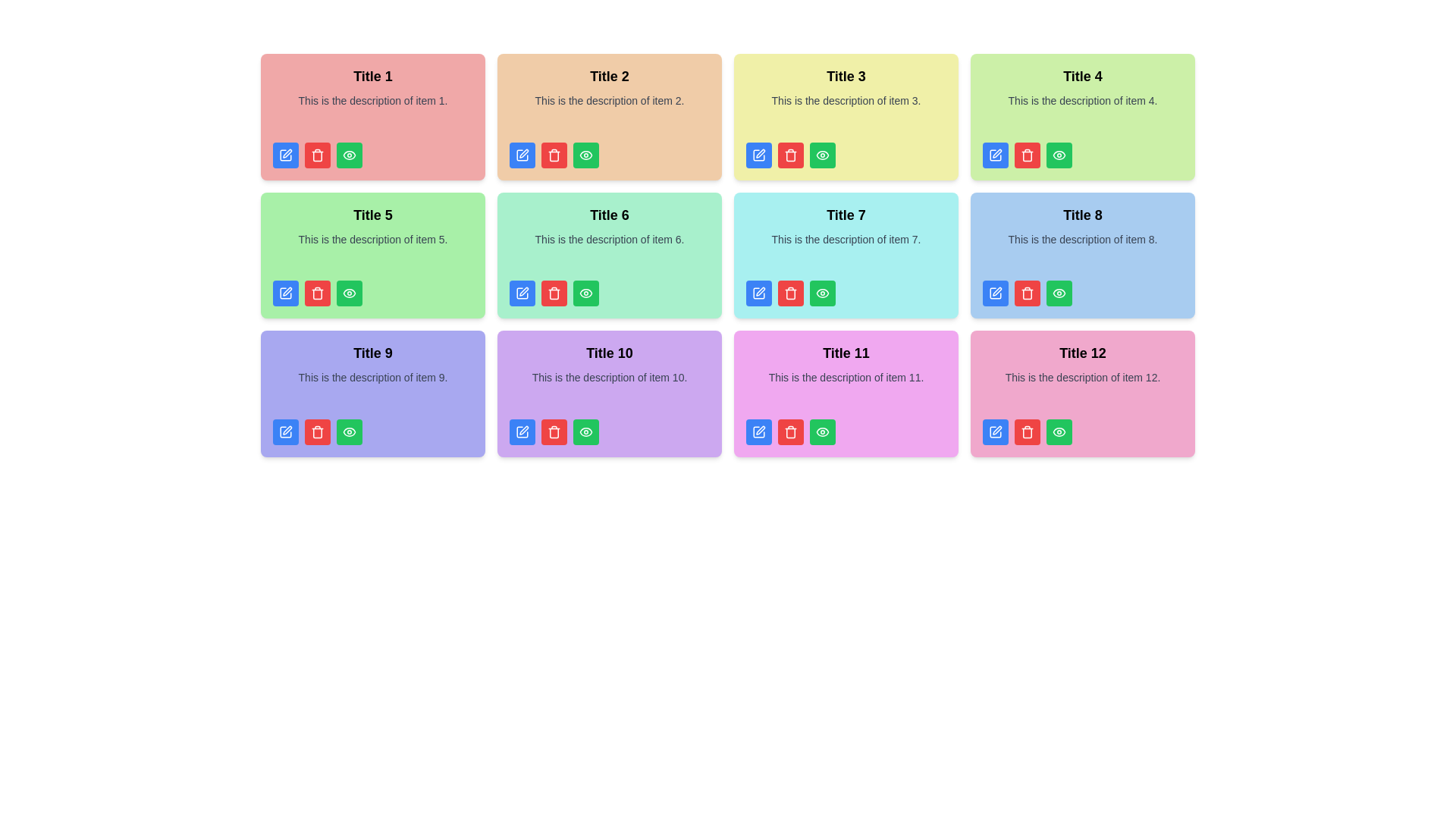 The image size is (1456, 819). I want to click on the title Text label in the fourth row, fifth column of the grid layout, which serves as the primary identifier for the card's information and actions, so click(846, 353).